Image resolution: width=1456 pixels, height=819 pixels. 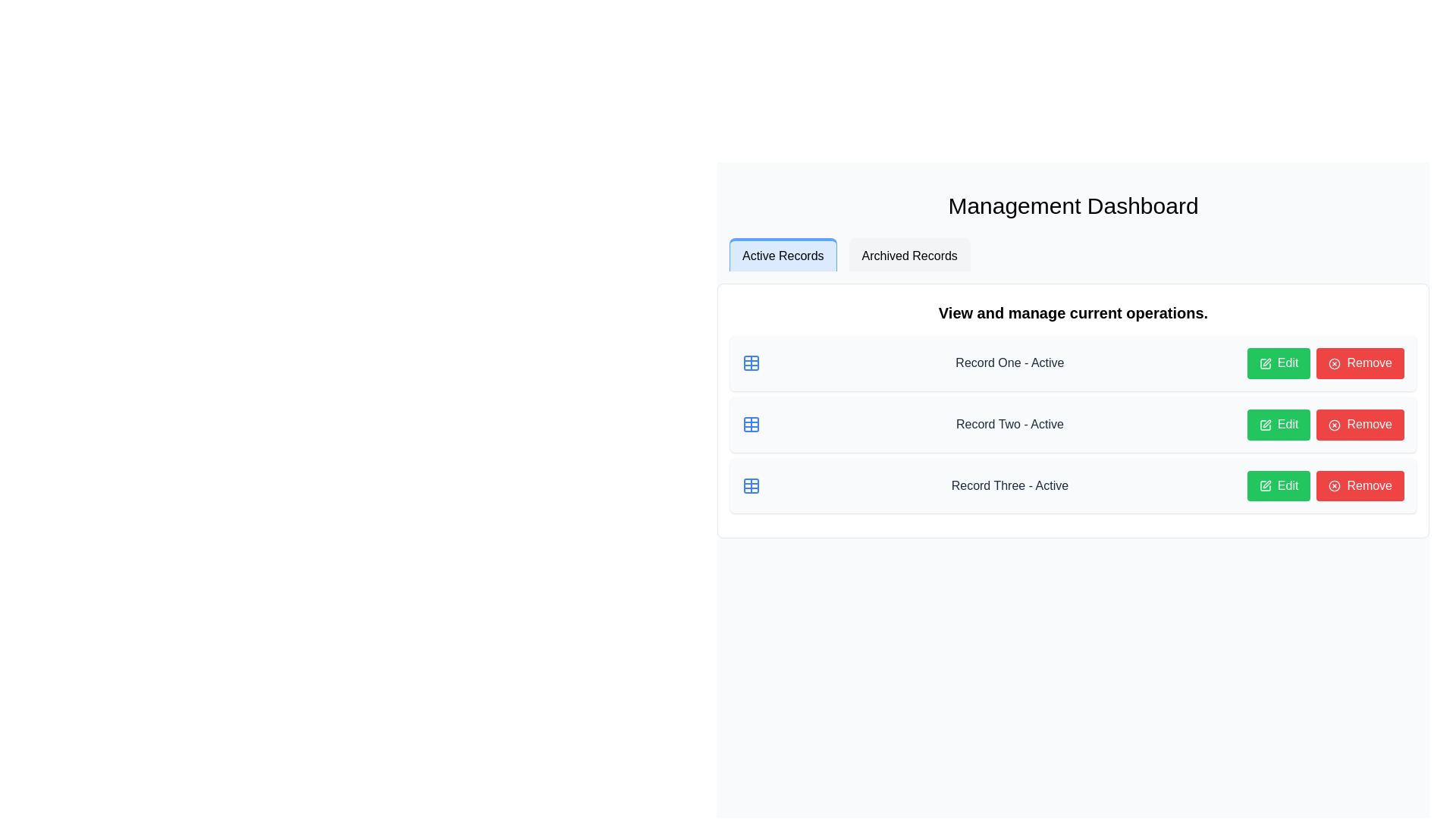 I want to click on the hollow circular icon representing a close or delete action, located within the 'Remove' button in the third row of the management dashboard table, so click(x=1335, y=363).